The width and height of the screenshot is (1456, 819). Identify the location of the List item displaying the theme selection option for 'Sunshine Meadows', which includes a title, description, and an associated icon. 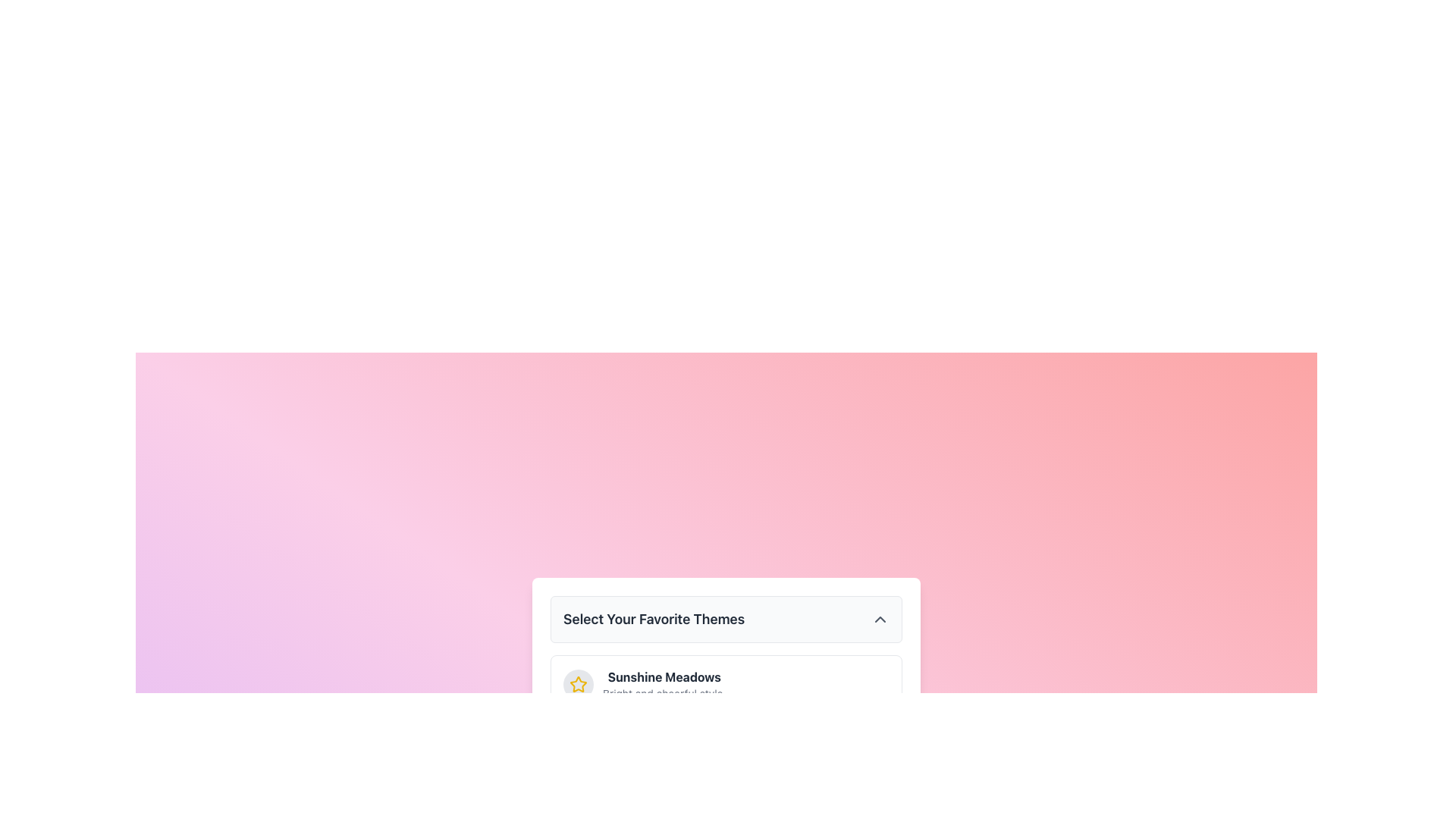
(645, 684).